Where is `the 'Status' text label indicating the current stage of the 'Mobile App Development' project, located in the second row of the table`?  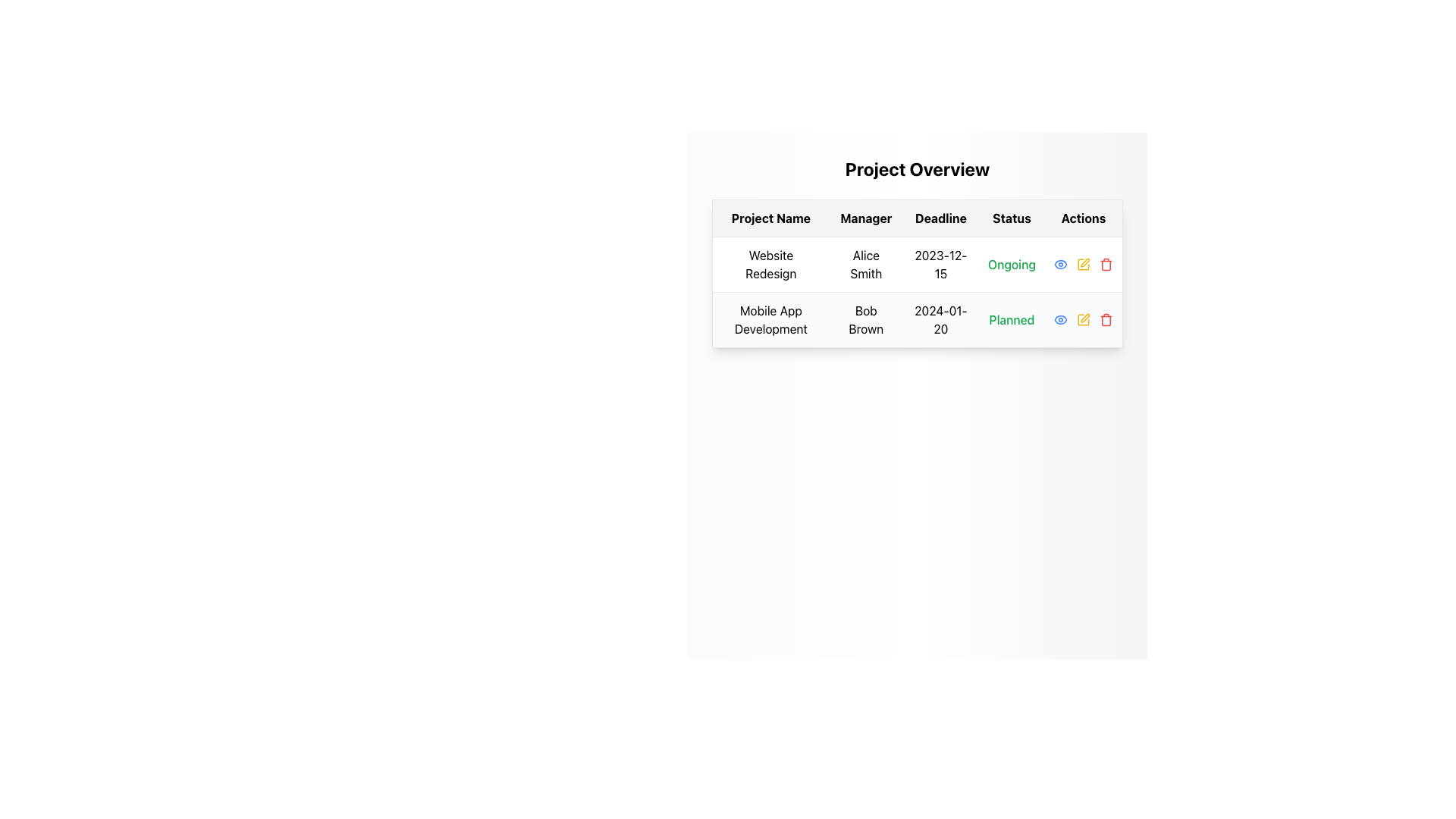 the 'Status' text label indicating the current stage of the 'Mobile App Development' project, located in the second row of the table is located at coordinates (1012, 318).